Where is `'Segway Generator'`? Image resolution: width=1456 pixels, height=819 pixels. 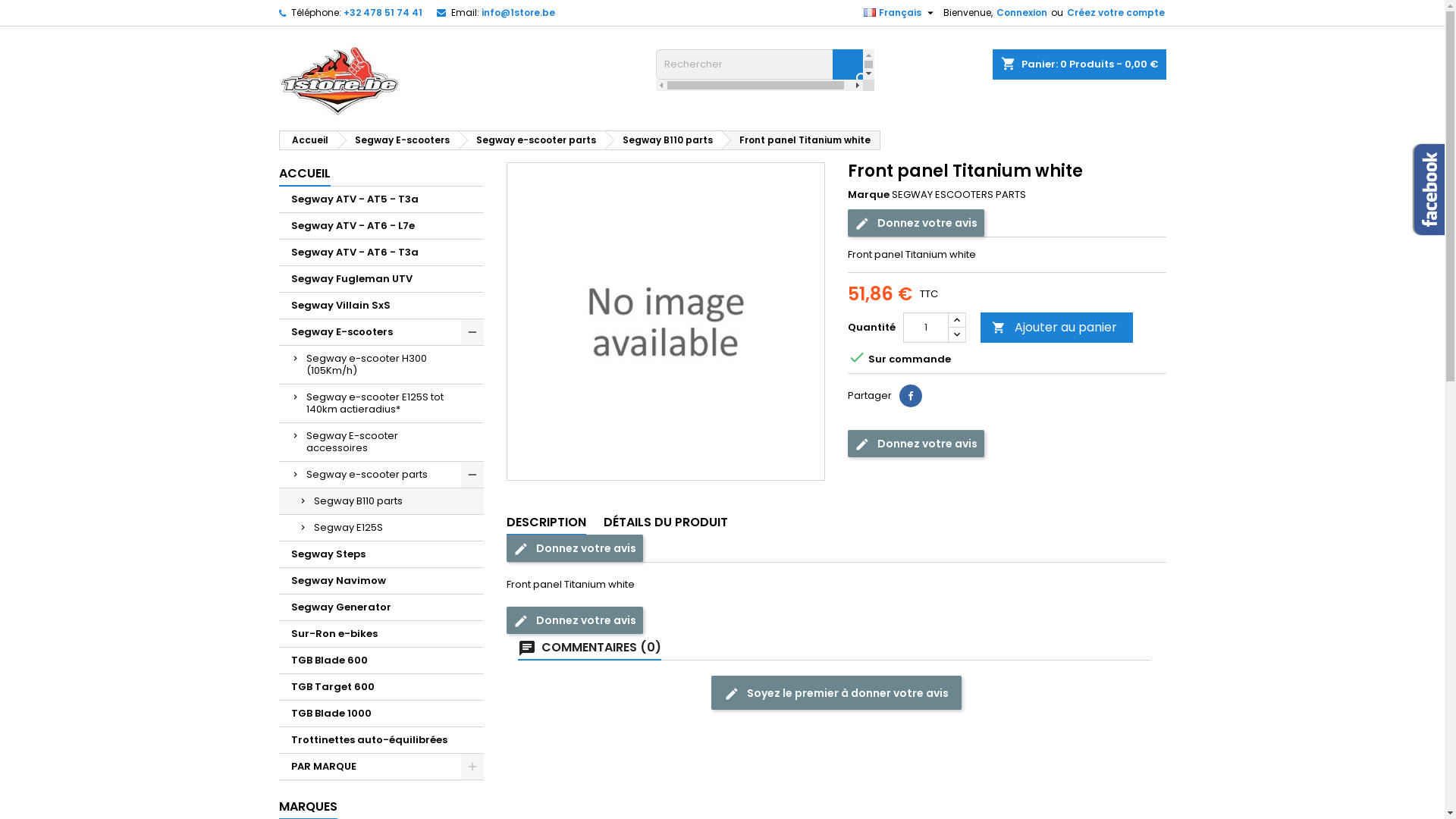 'Segway Generator' is located at coordinates (381, 607).